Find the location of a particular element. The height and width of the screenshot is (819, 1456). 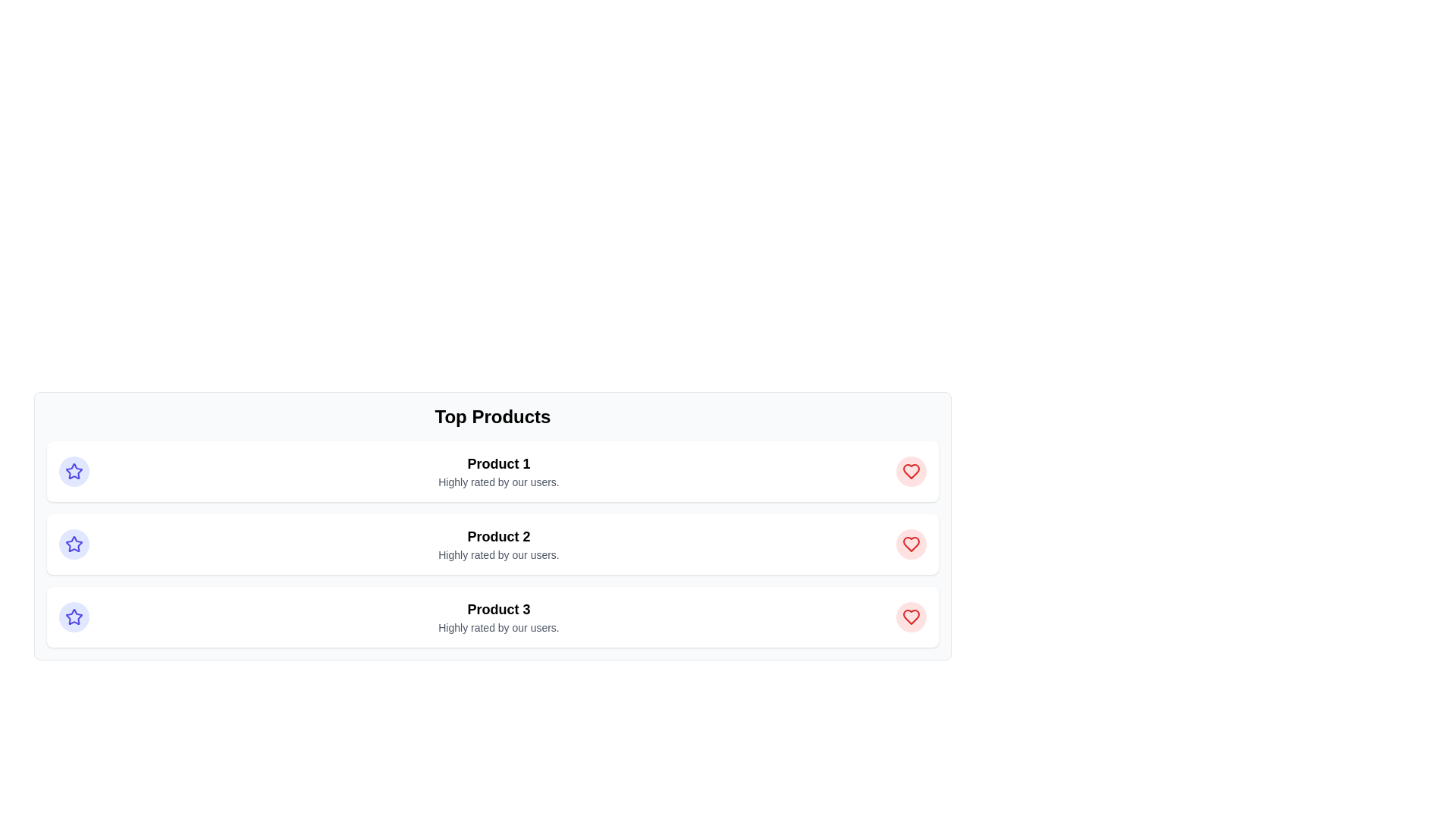

the star-shaped icon with an indigo outline located at the left end of the row labeled 'Product 1.' is located at coordinates (73, 617).